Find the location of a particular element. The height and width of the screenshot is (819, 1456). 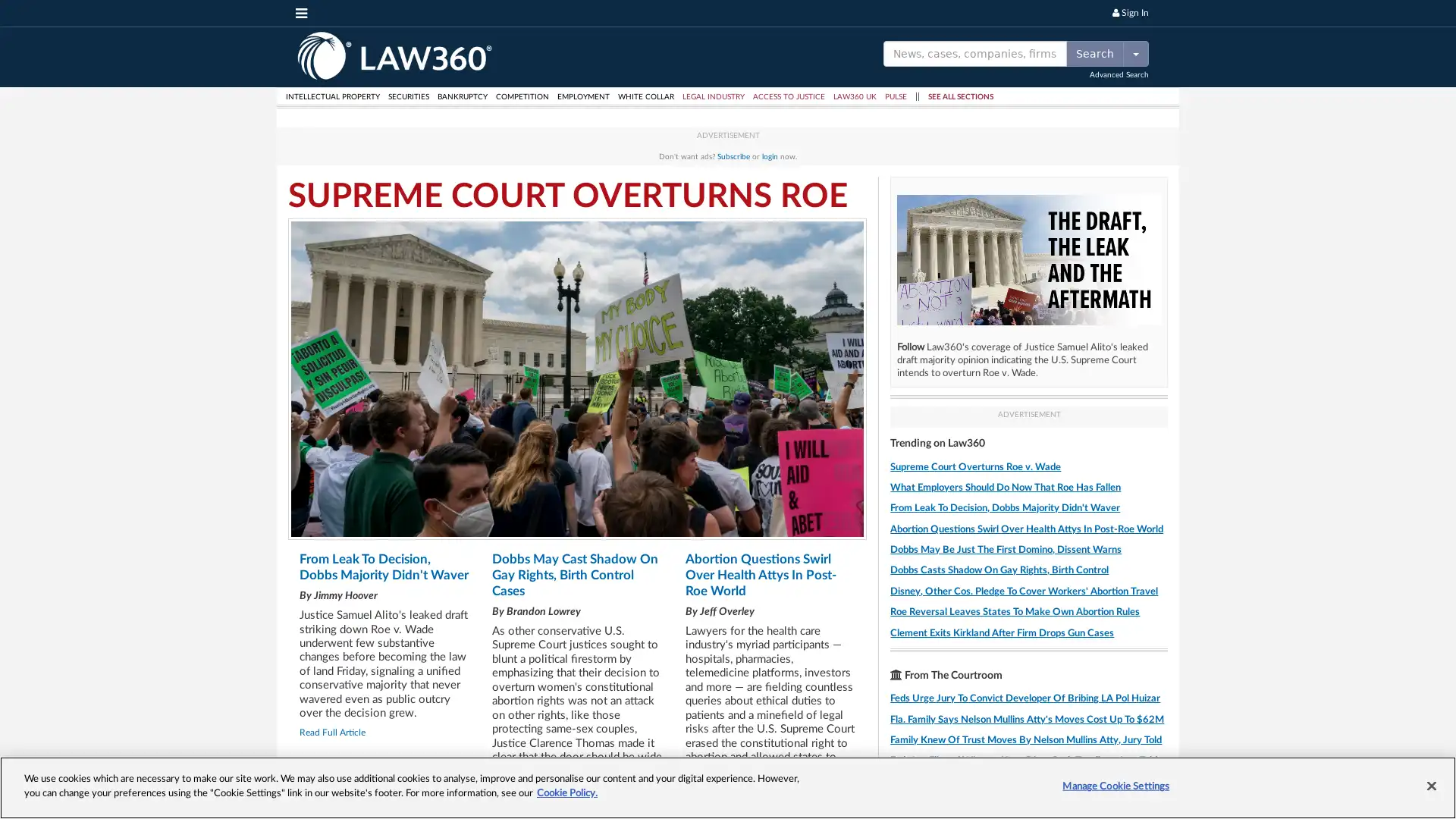

Manage Cookie Settings is located at coordinates (1116, 786).